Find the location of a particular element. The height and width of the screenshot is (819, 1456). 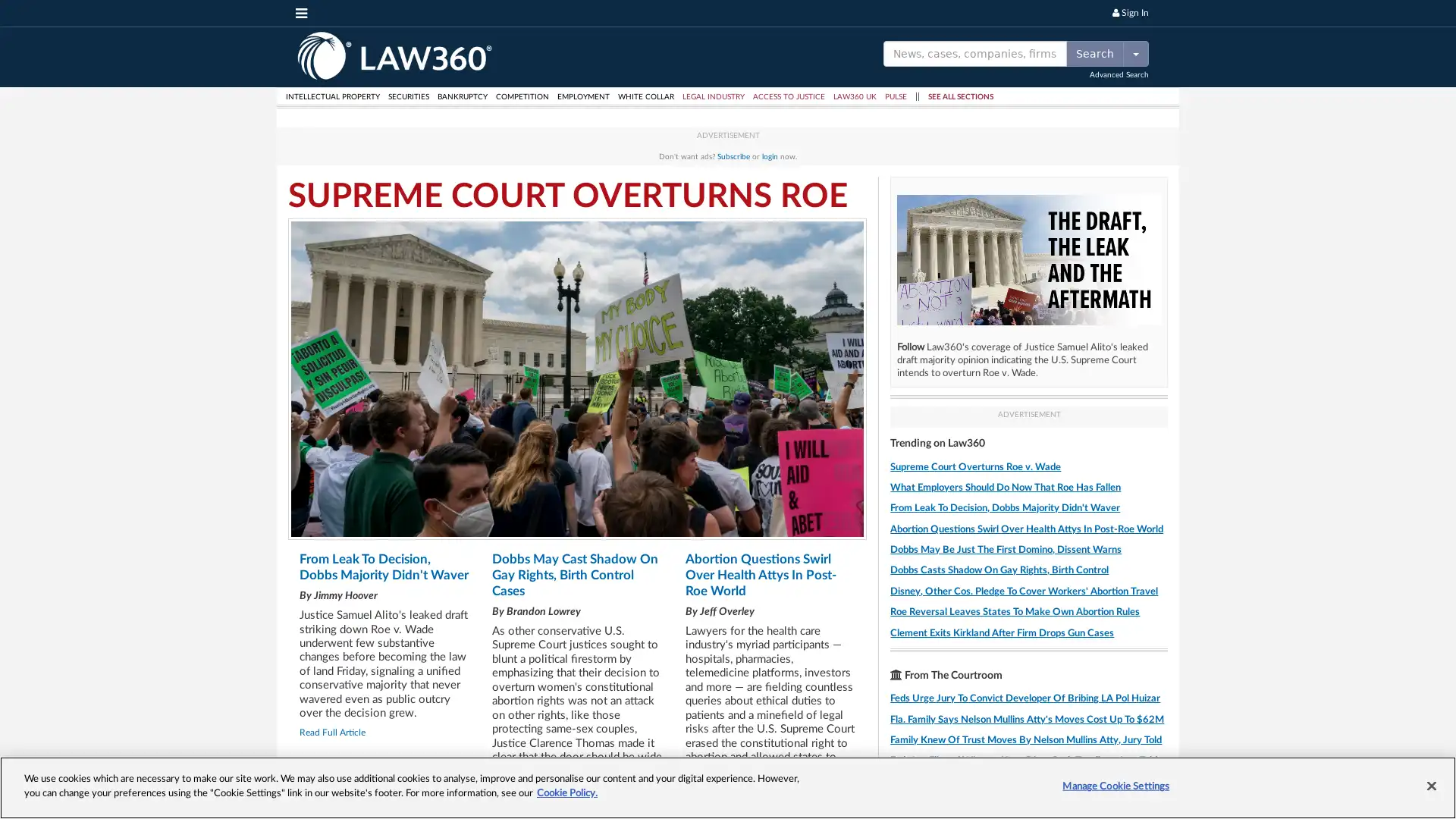

Manage Cookie Settings is located at coordinates (1116, 786).